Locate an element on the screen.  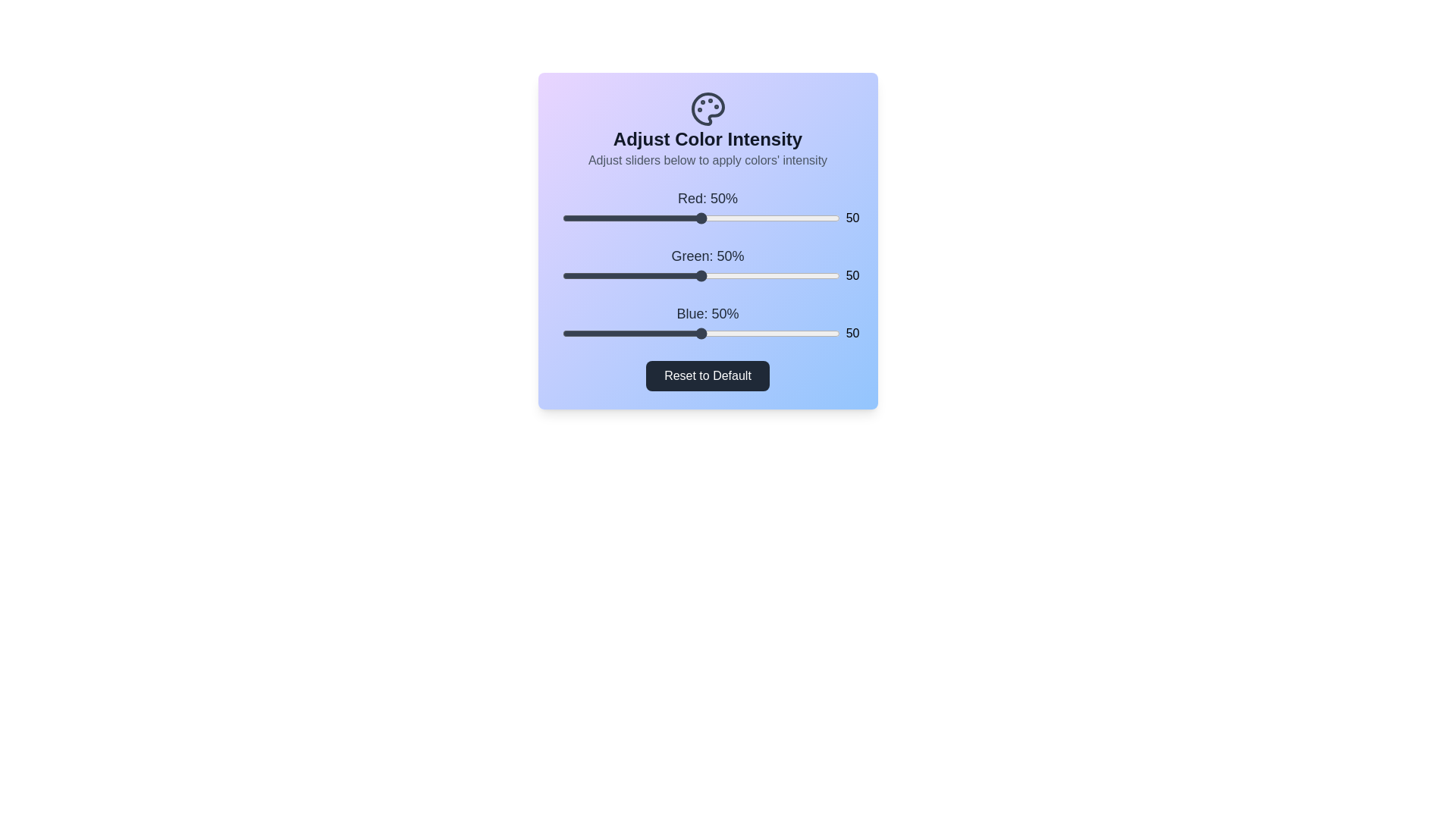
the 1 slider to 5% is located at coordinates (575, 275).